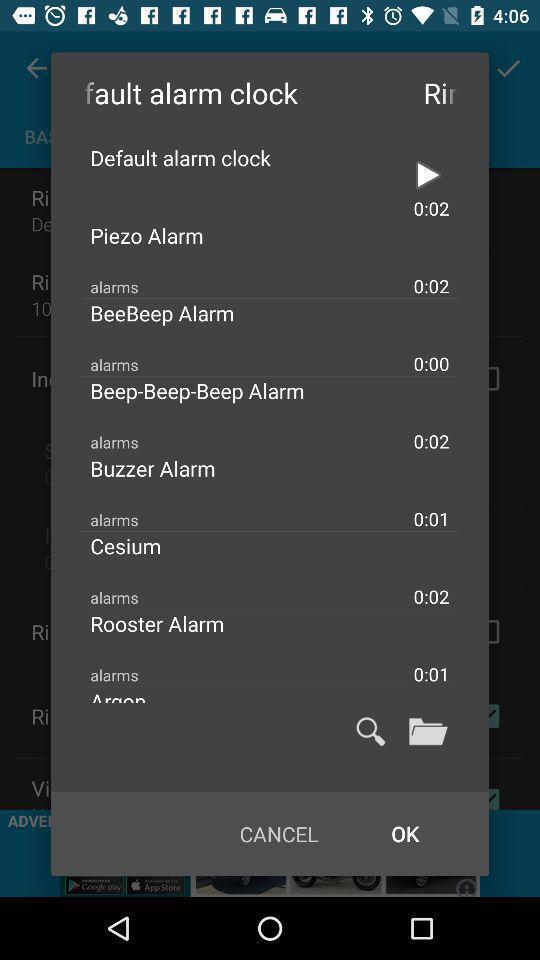  I want to click on alarm setting, so click(427, 174).